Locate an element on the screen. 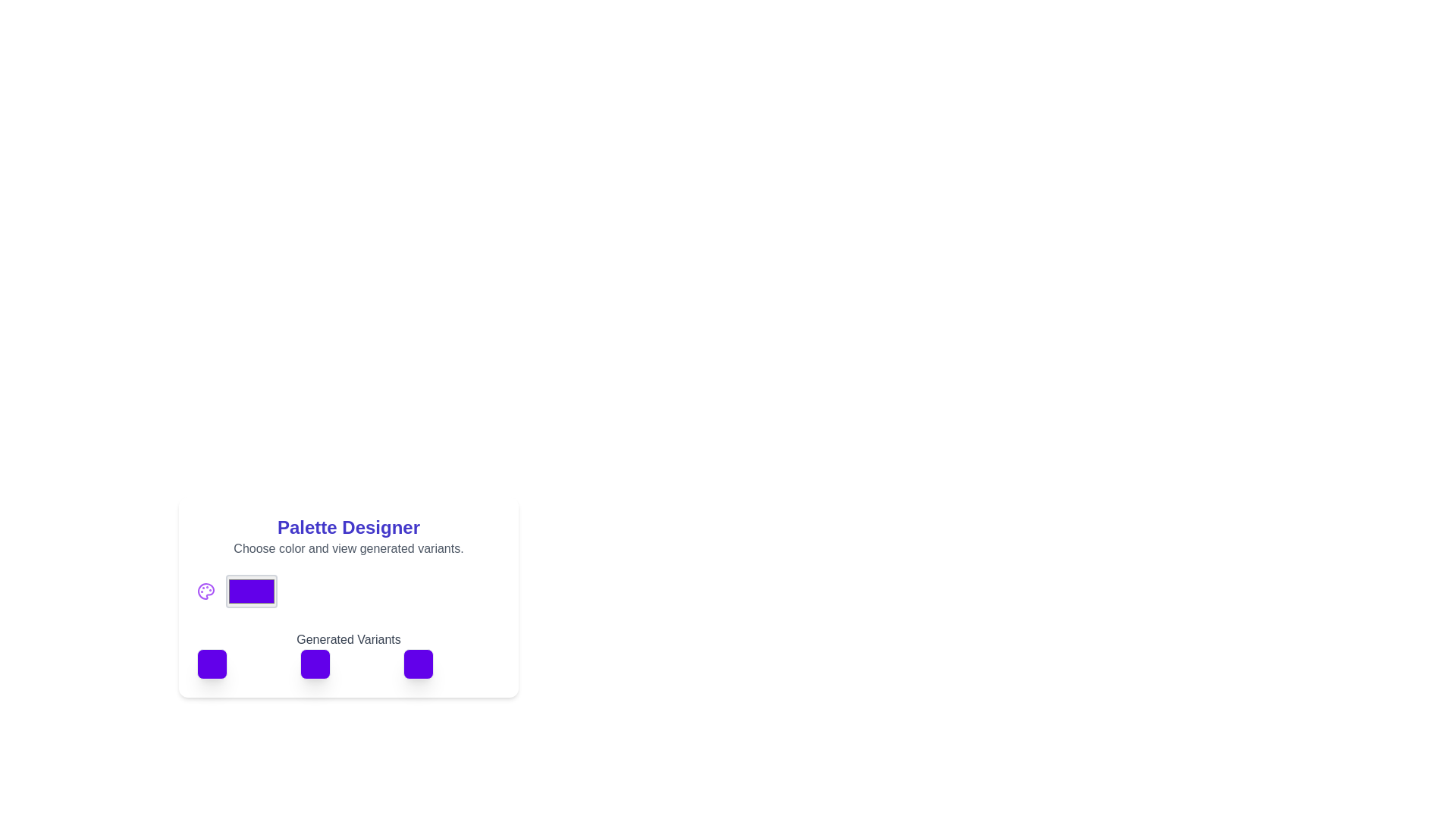 The image size is (1456, 819). the decorative icon for color or palette selection located in the top-left of the 'flex items-center space-x-4' group, adjacent to the rectangular color input box is located at coordinates (206, 590).